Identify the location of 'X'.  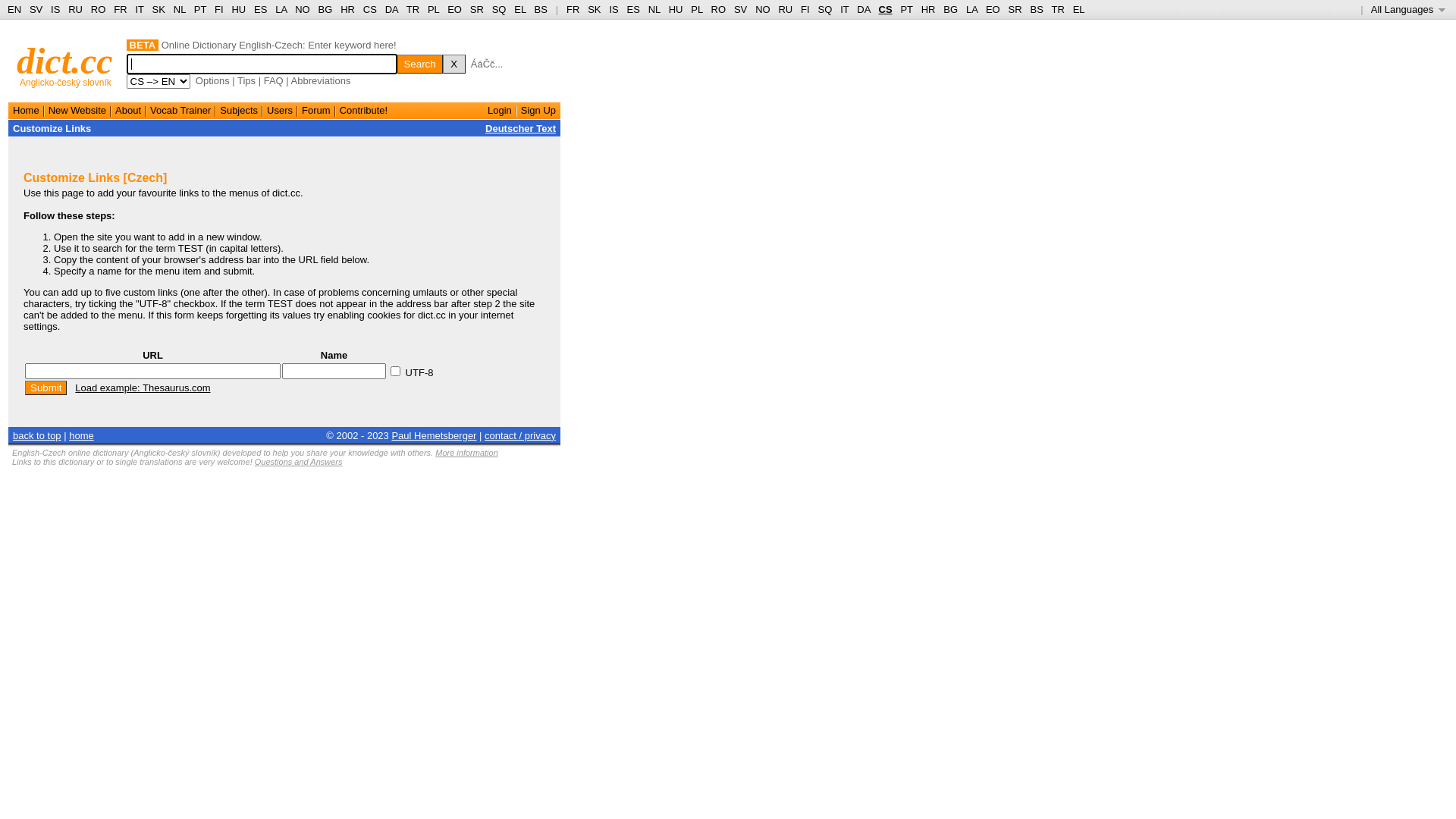
(453, 63).